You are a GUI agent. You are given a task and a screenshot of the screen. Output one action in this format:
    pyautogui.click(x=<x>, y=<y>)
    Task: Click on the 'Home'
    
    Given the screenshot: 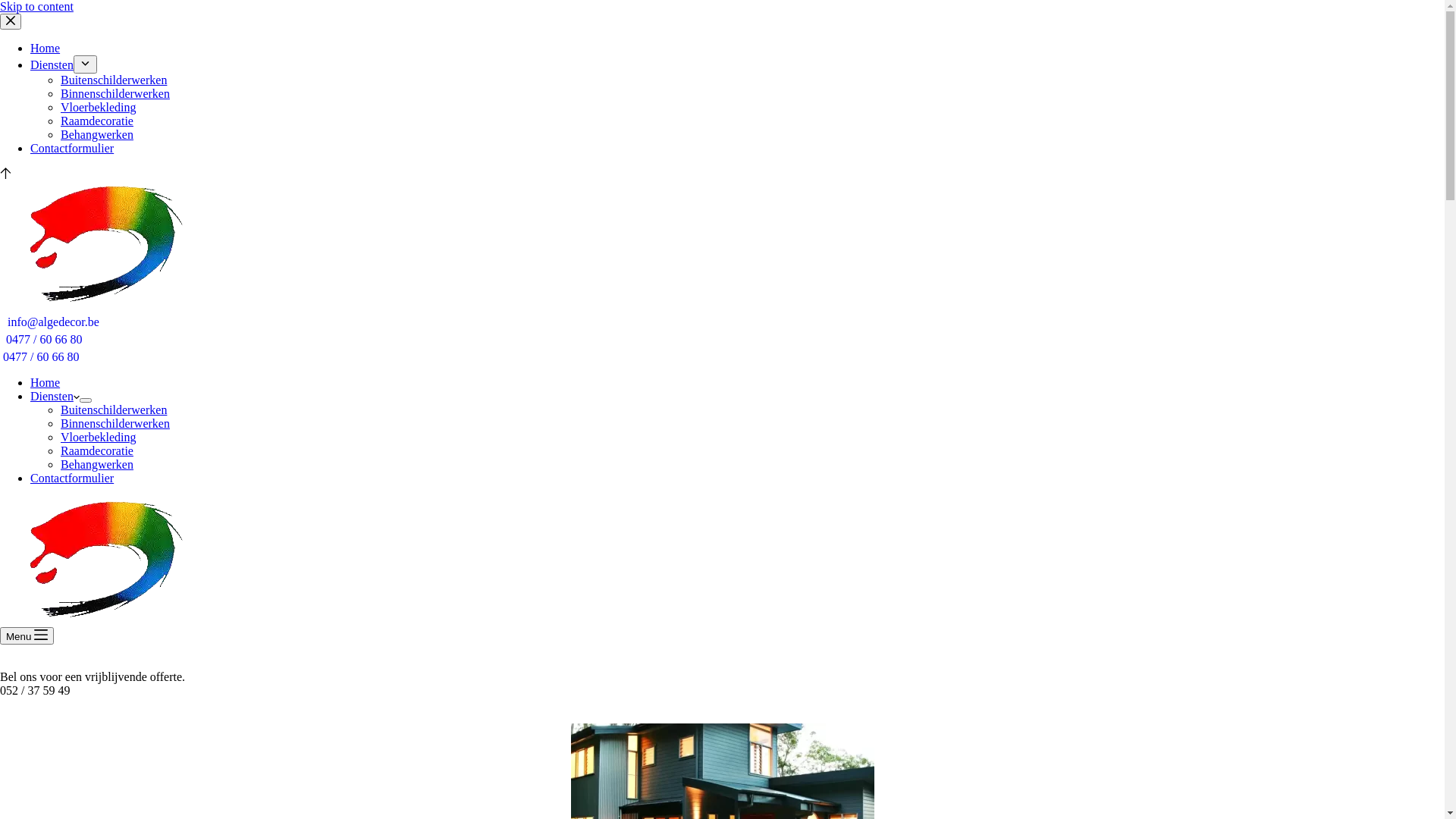 What is the action you would take?
    pyautogui.click(x=30, y=47)
    